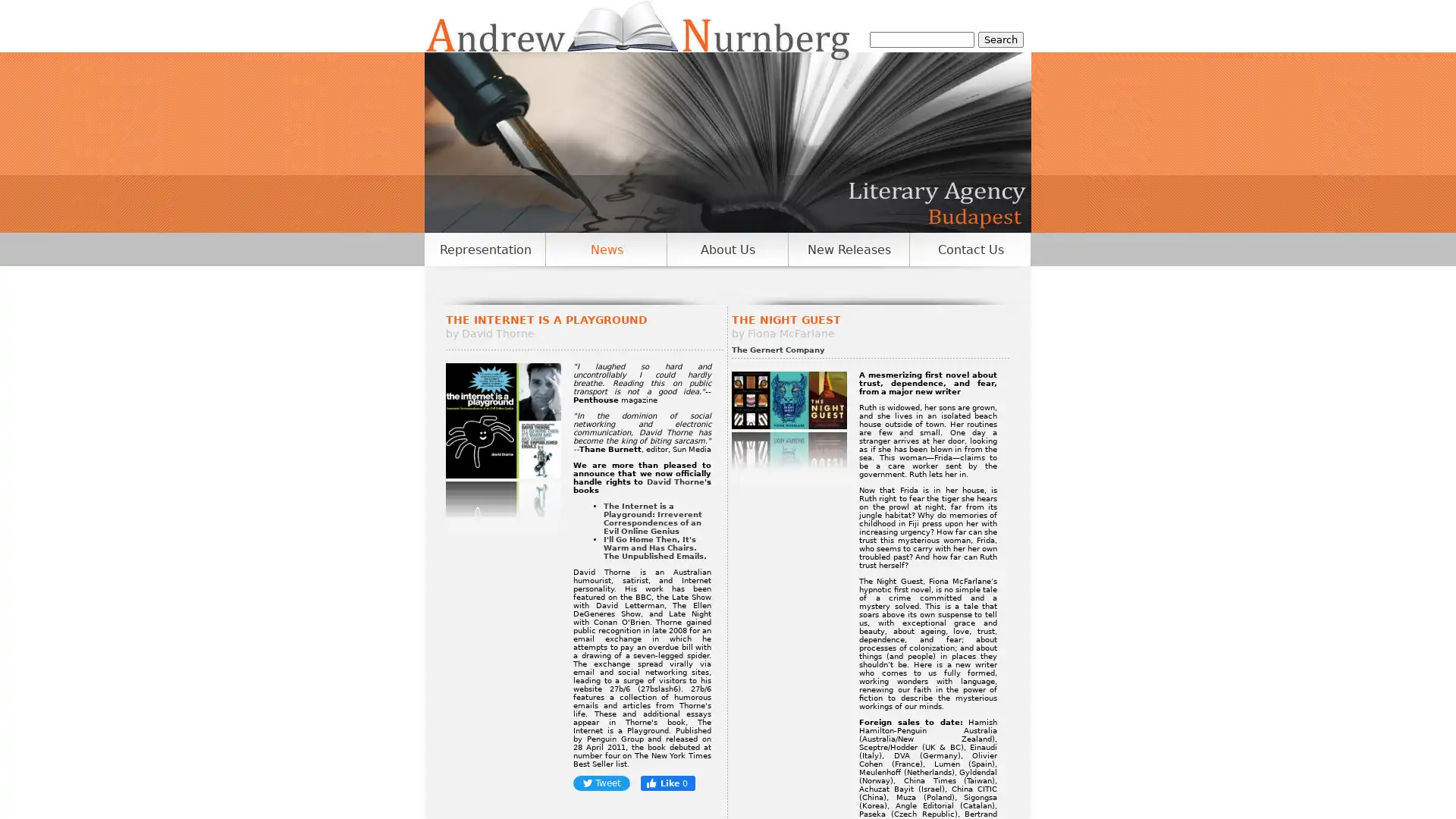  Describe the element at coordinates (1001, 39) in the screenshot. I see `Search` at that location.